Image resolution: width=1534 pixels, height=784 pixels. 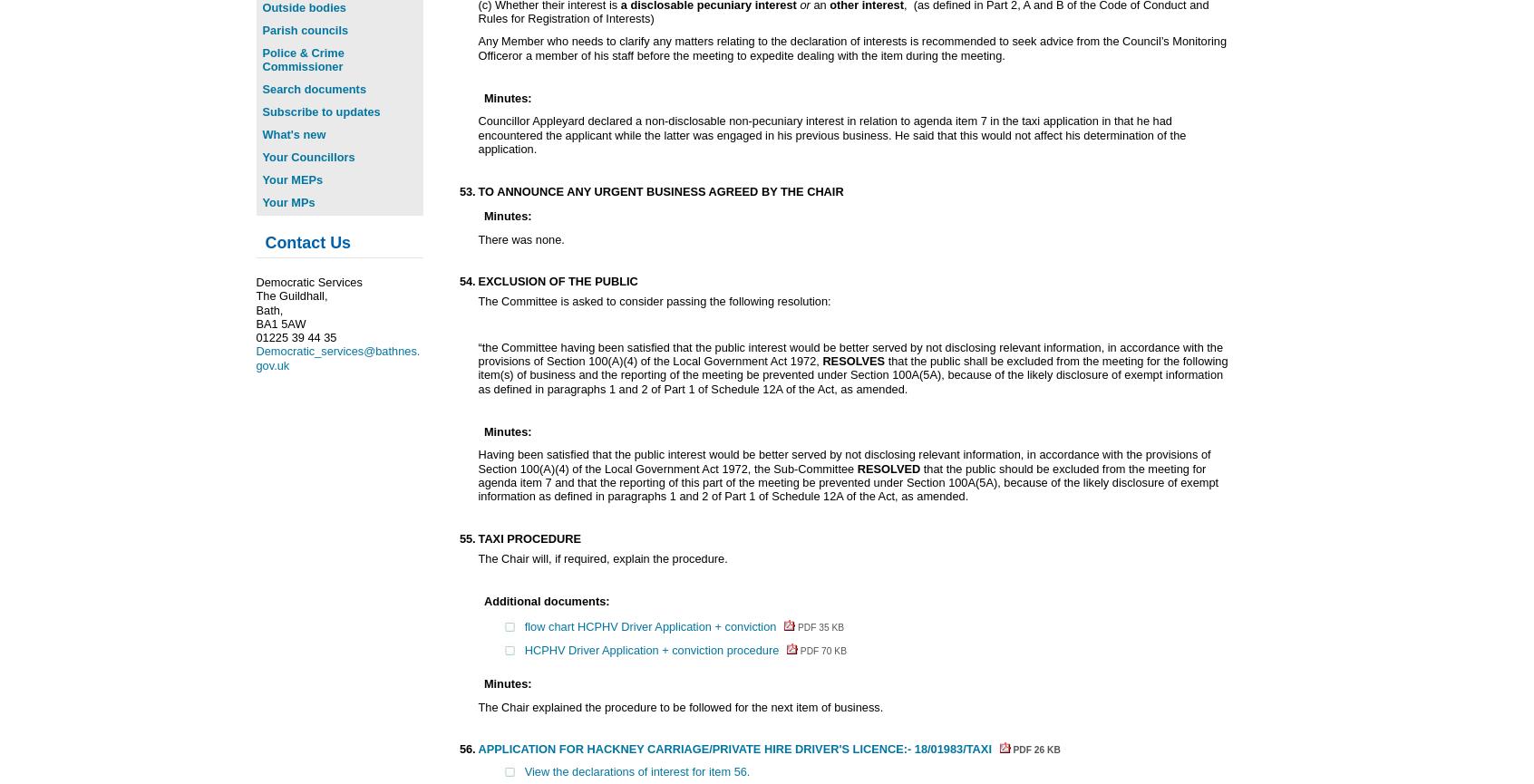 What do you see at coordinates (279, 324) in the screenshot?
I see `'BA1 5AW'` at bounding box center [279, 324].